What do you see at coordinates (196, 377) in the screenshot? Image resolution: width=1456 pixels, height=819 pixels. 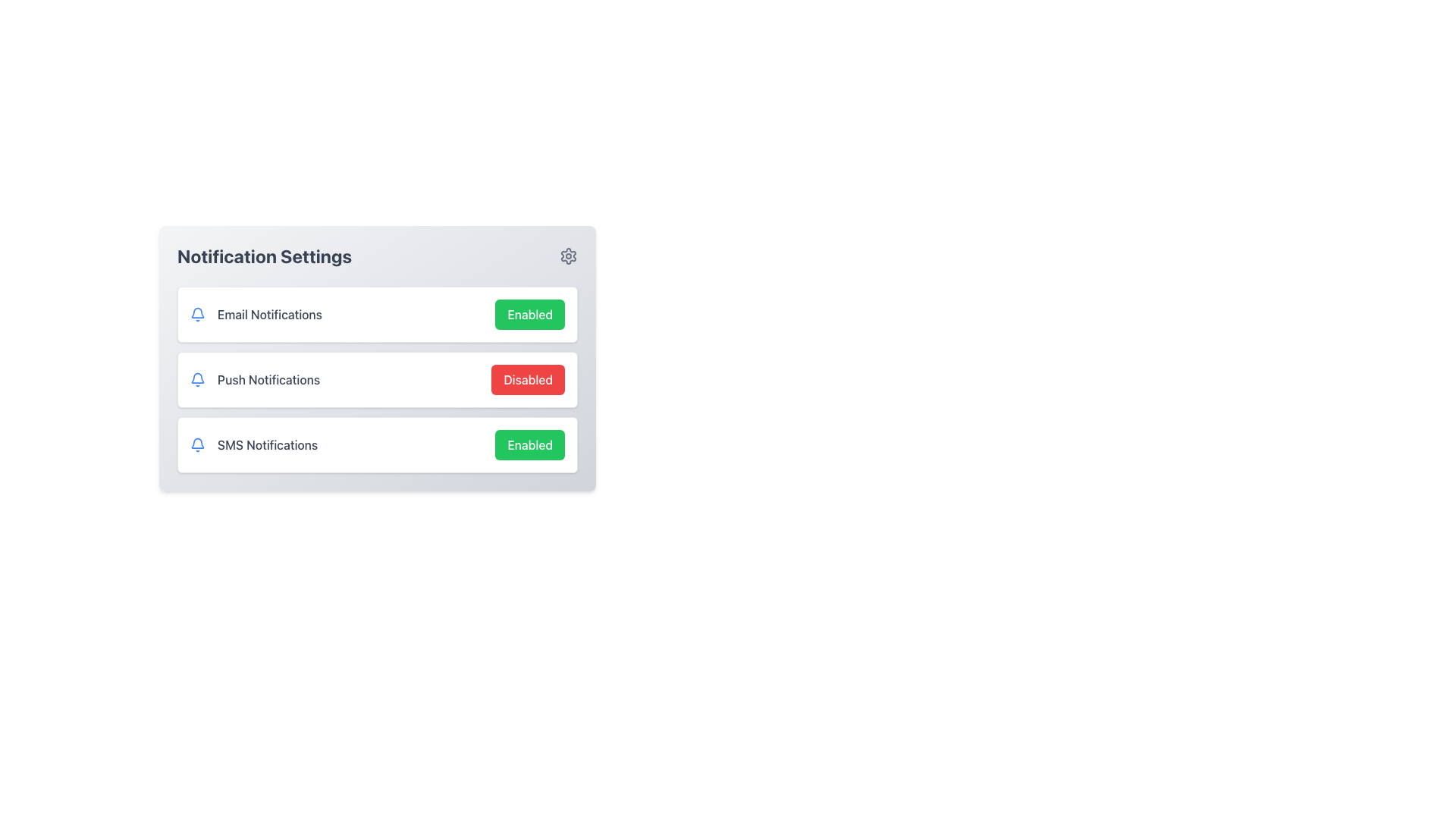 I see `the notification icon that indicates notification-related settings, located to the left of the 'Push Notifications' label` at bounding box center [196, 377].